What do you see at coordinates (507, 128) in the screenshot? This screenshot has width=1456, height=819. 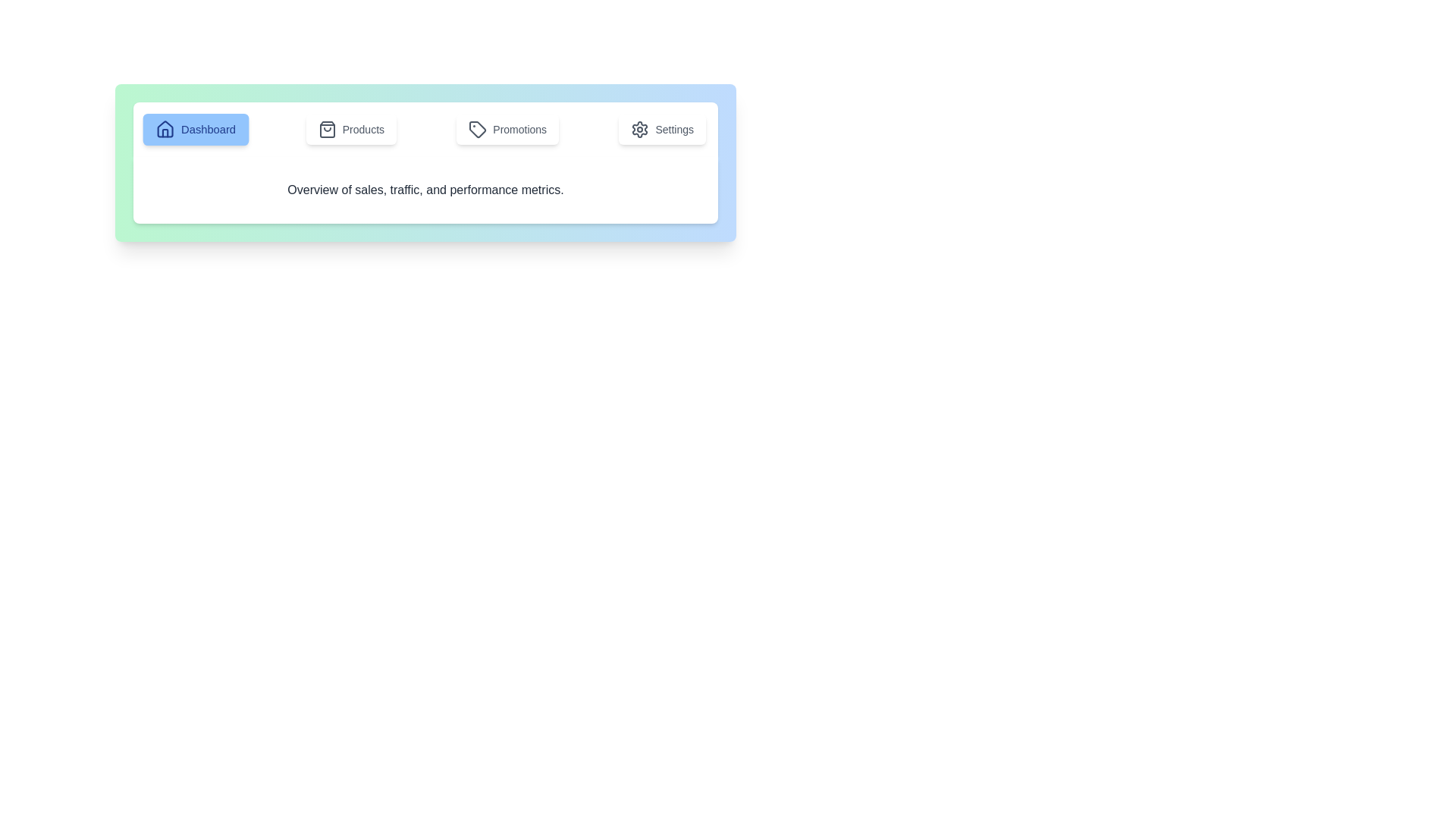 I see `the tab labeled Promotions` at bounding box center [507, 128].